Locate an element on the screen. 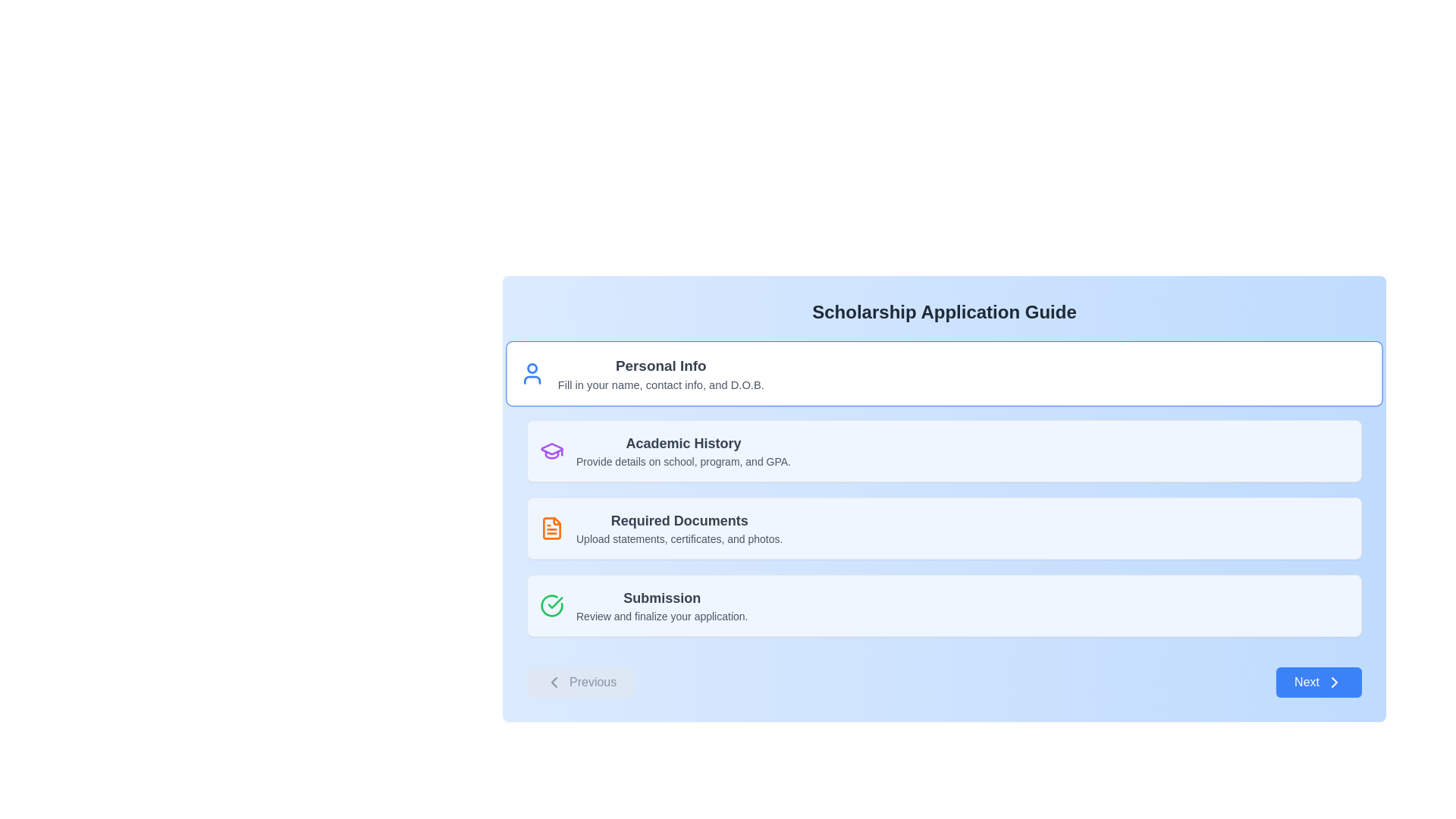  the compact rightward arrow icon within the blue 'Next' button to proceed to the next step is located at coordinates (1335, 681).